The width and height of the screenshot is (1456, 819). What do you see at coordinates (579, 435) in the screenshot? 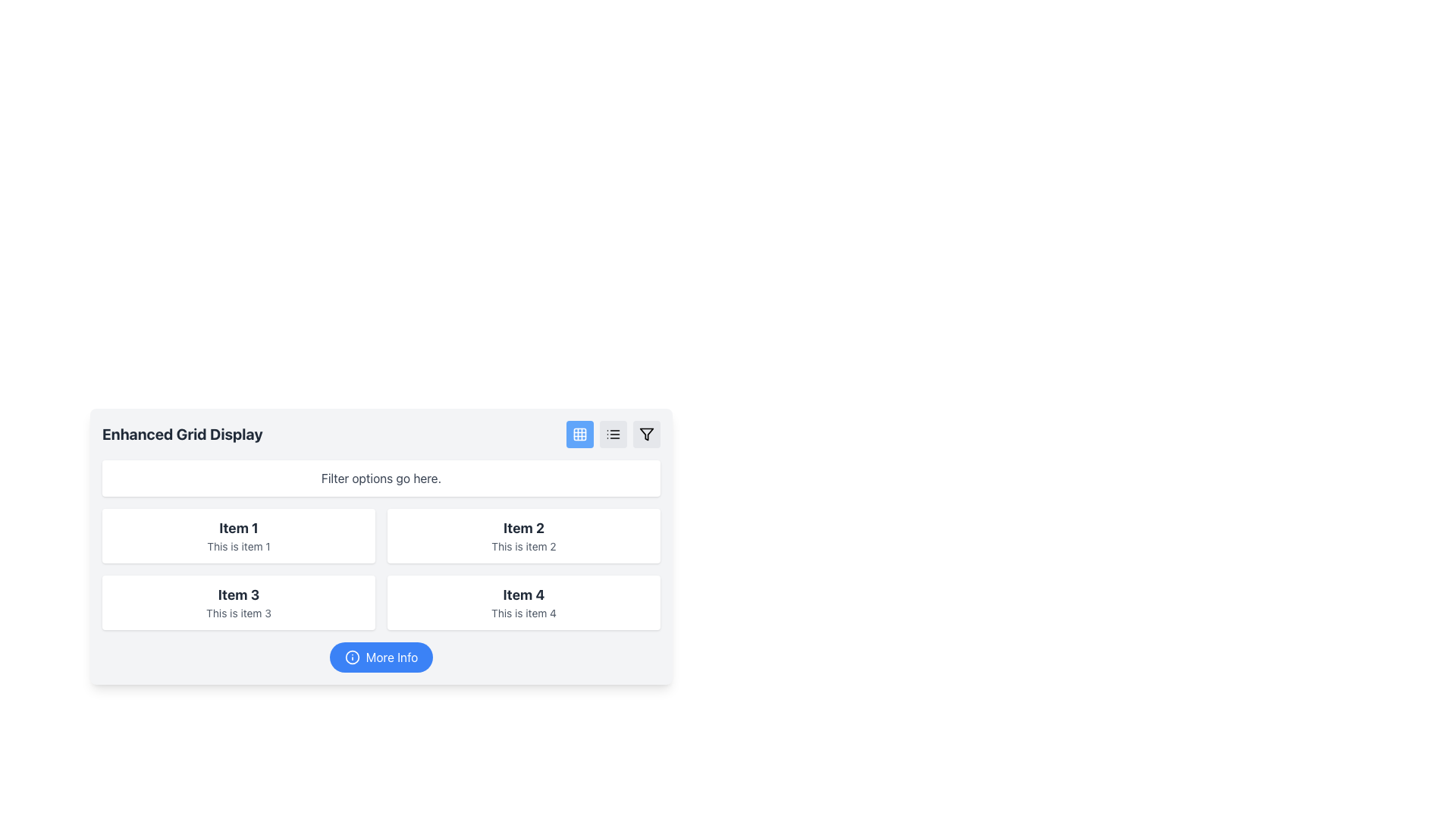
I see `the decorative shape component located at the center cell of the grid icon in the top-right corner of the interface, which is adjacent to the list and filter icons` at bounding box center [579, 435].